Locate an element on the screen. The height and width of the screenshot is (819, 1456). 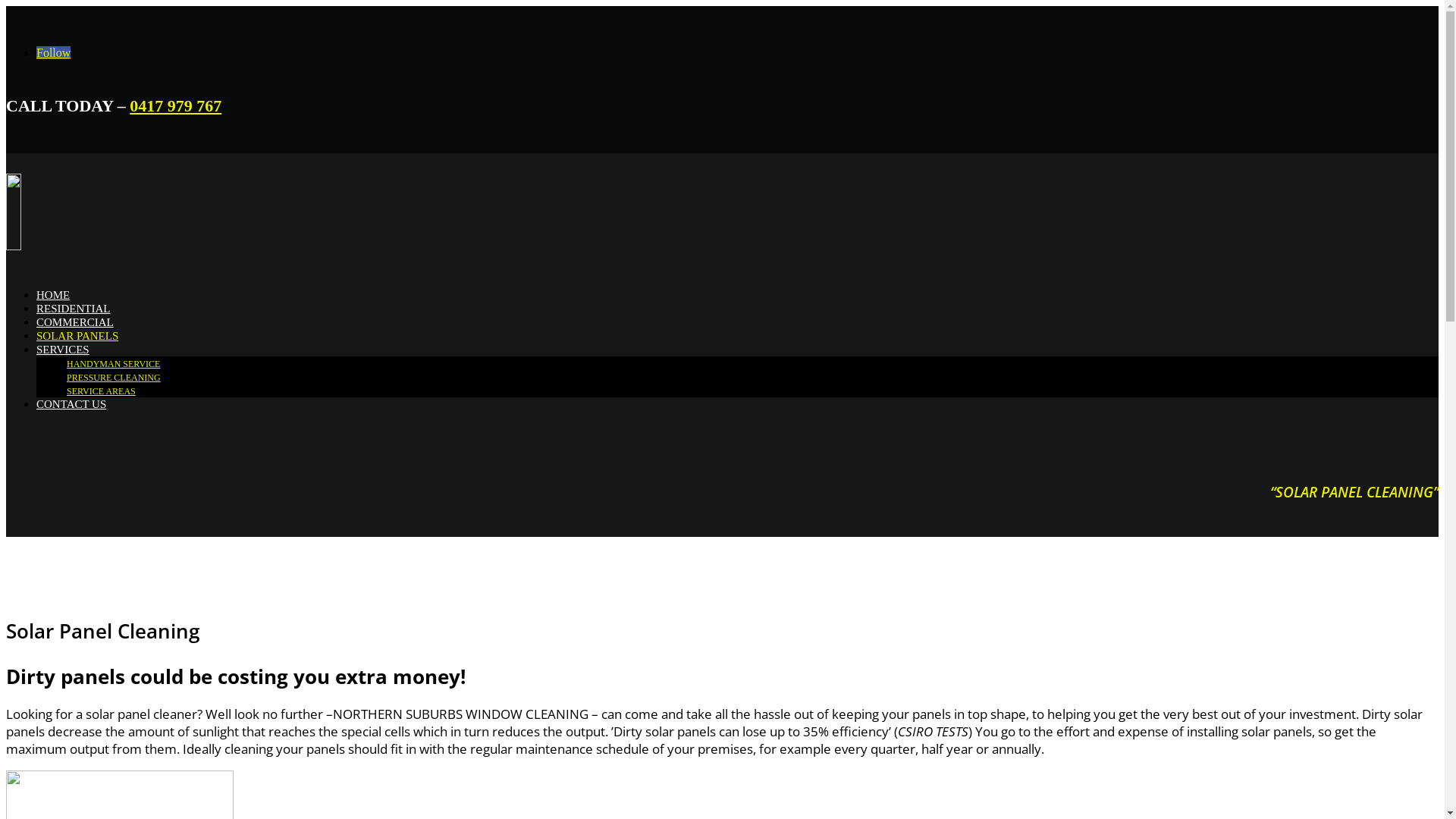
'0417 979 767' is located at coordinates (130, 105).